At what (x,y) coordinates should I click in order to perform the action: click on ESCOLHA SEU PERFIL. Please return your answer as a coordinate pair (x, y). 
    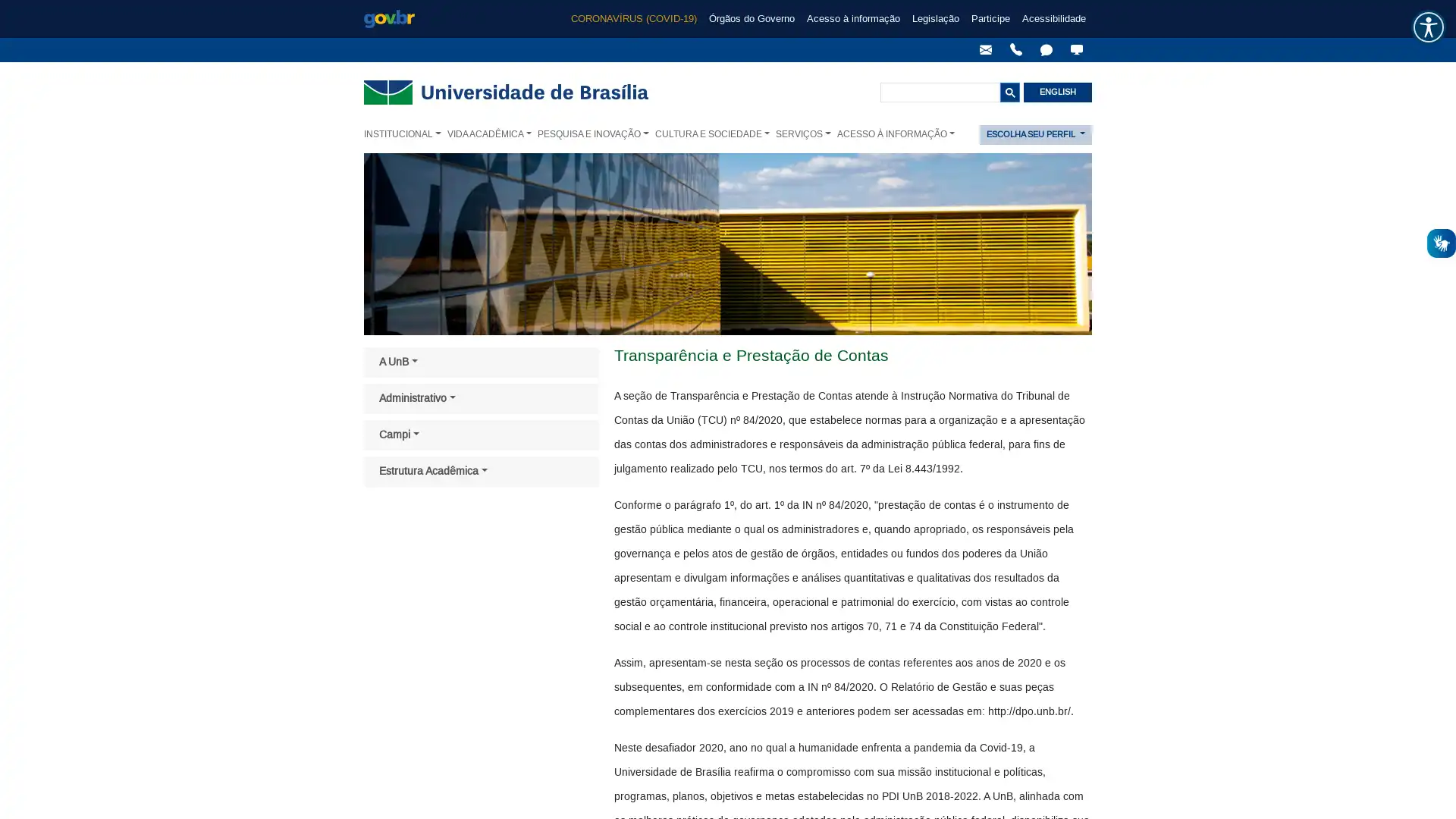
    Looking at the image, I should click on (1035, 133).